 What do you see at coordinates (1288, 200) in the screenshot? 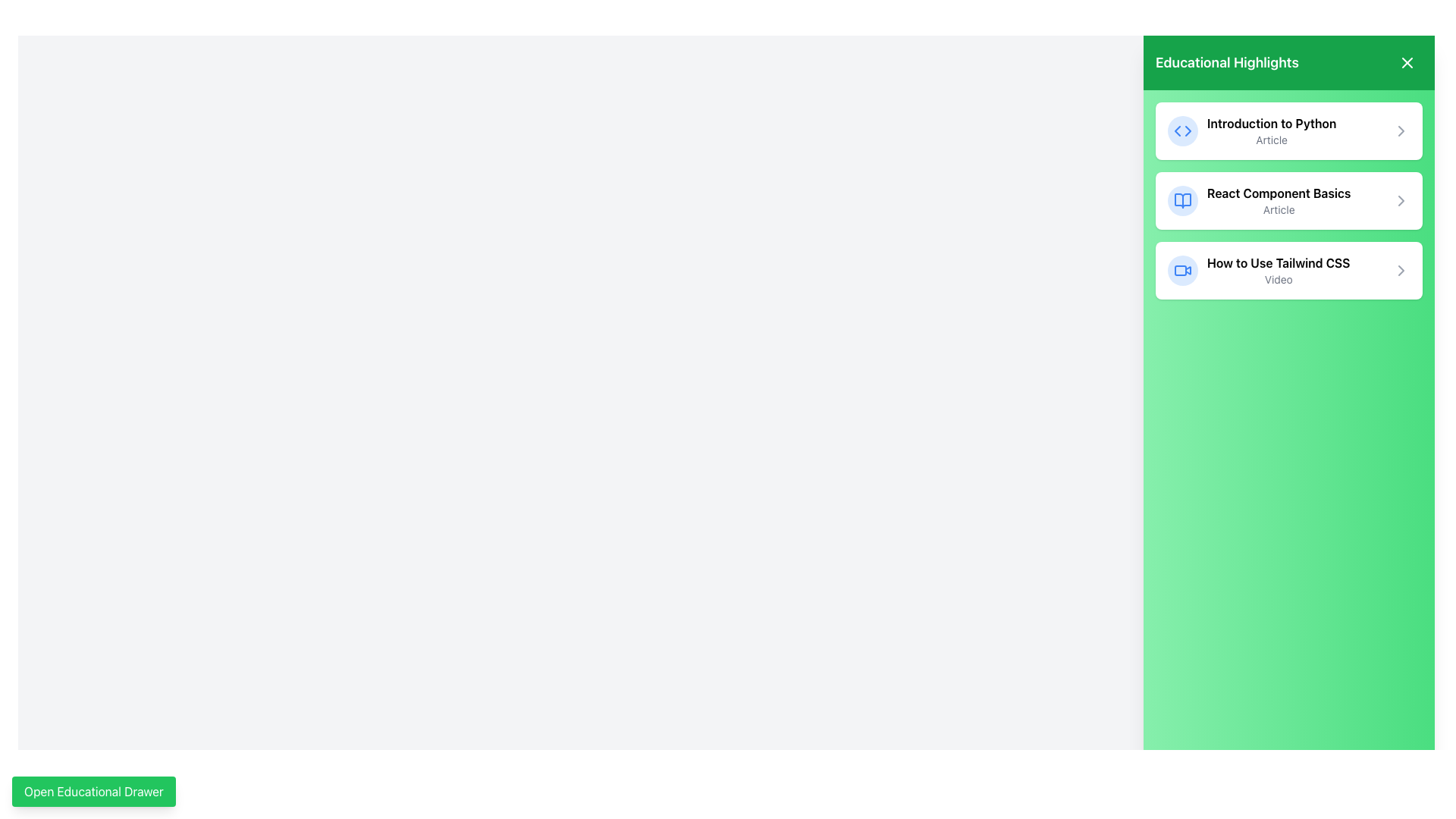
I see `the second card in the 'Educational Highlights' section, which contains the title 'React Component Basics'` at bounding box center [1288, 200].